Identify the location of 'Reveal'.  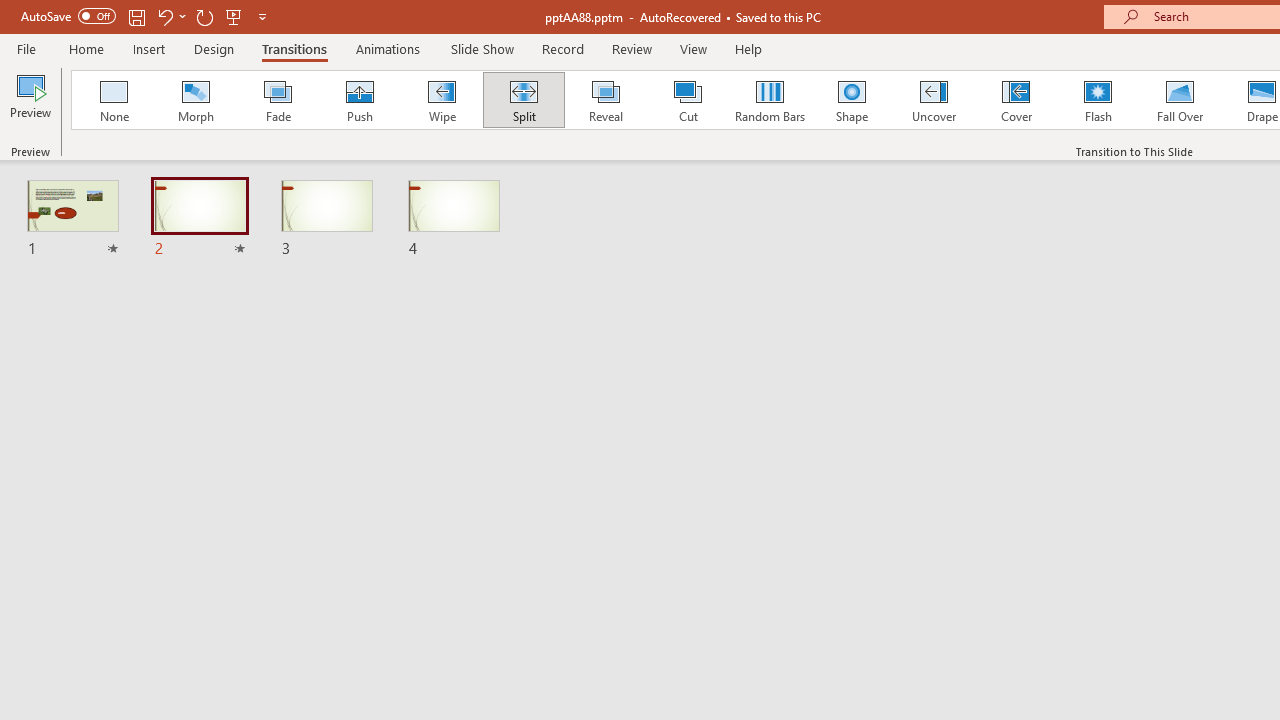
(604, 100).